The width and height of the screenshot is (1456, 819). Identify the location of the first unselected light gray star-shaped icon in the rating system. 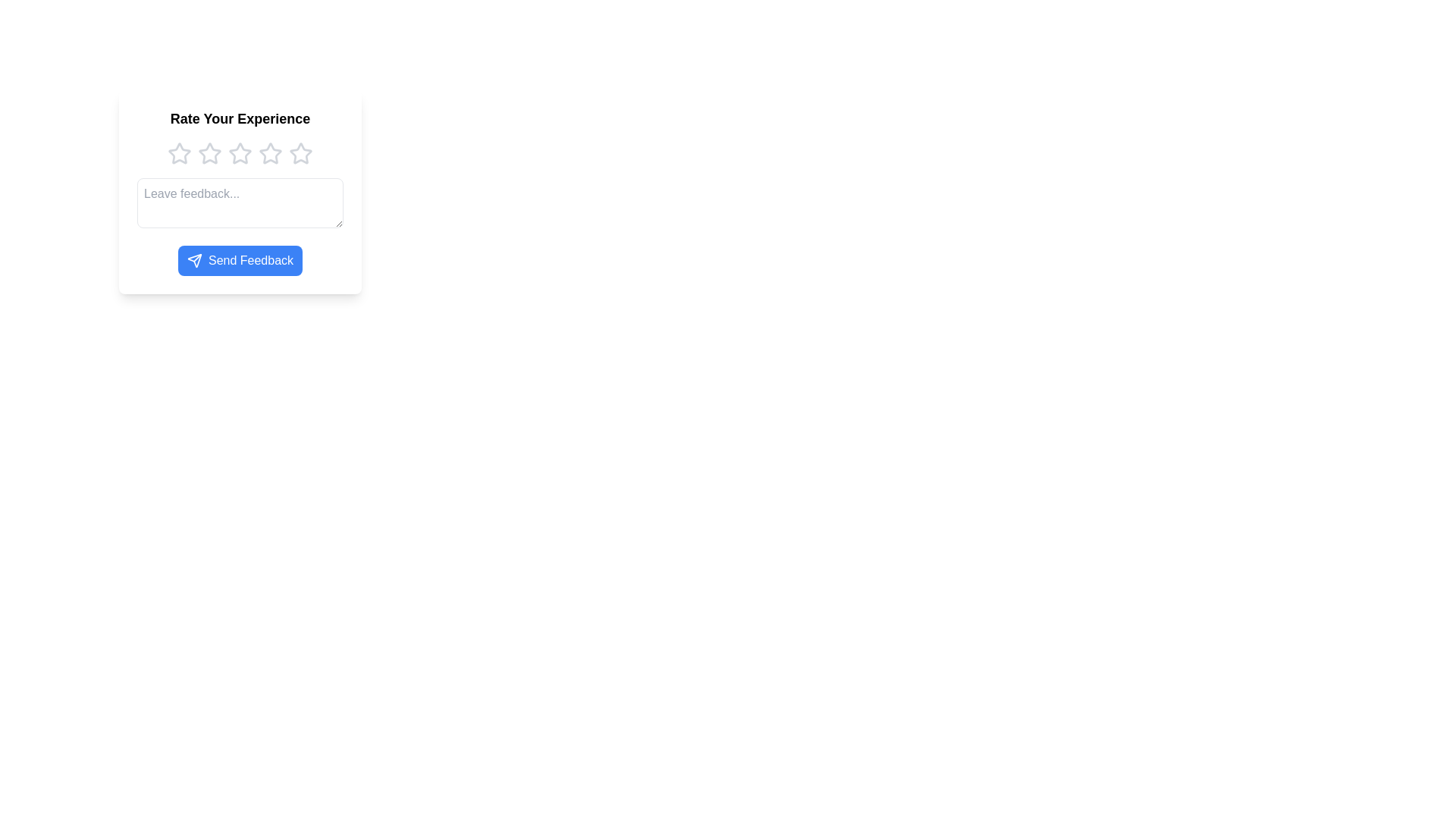
(179, 154).